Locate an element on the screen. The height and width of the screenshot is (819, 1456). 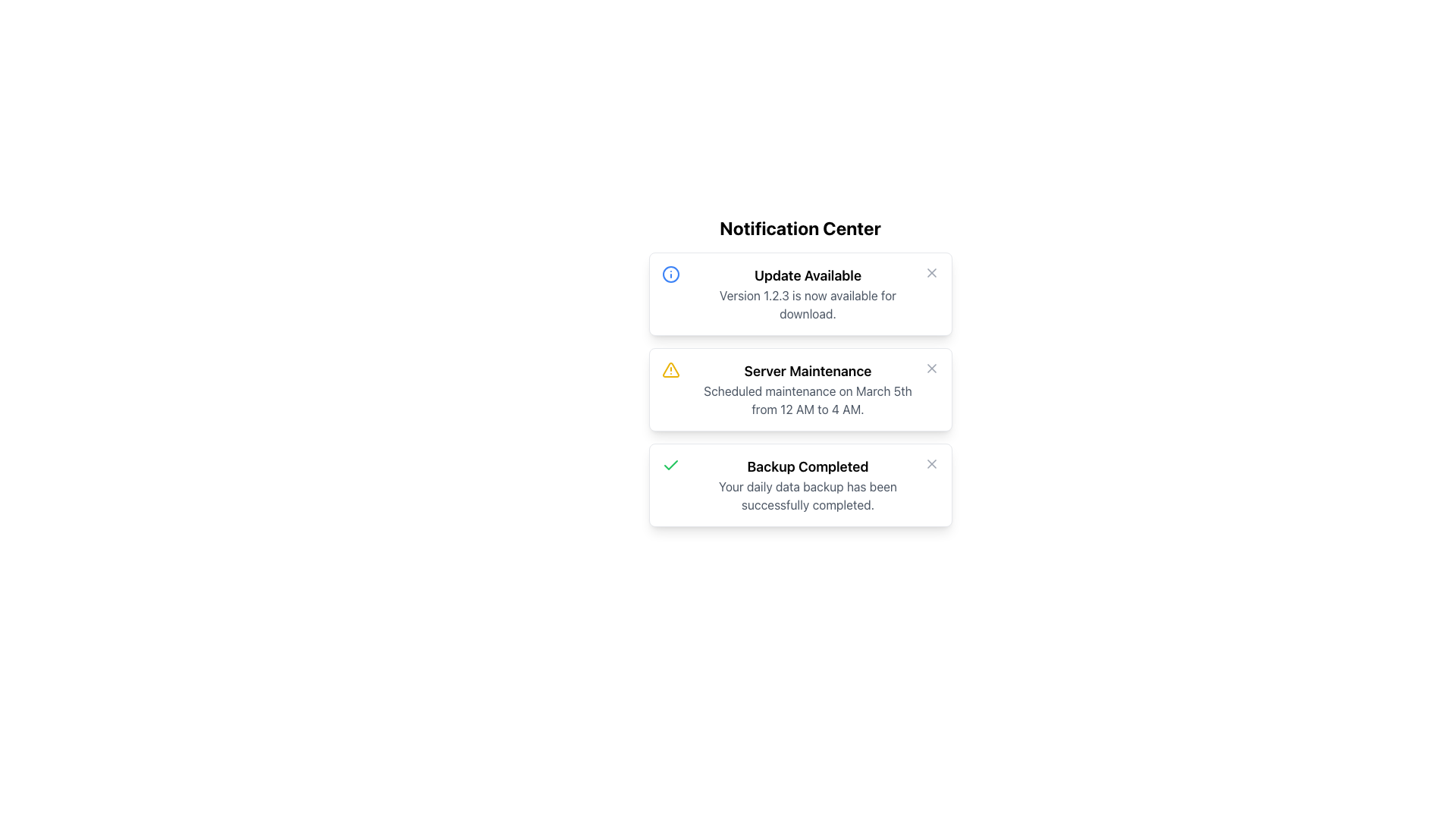
green checkmark icon that indicates a successful backup completion, located next to the text 'Backup Completed' is located at coordinates (670, 464).